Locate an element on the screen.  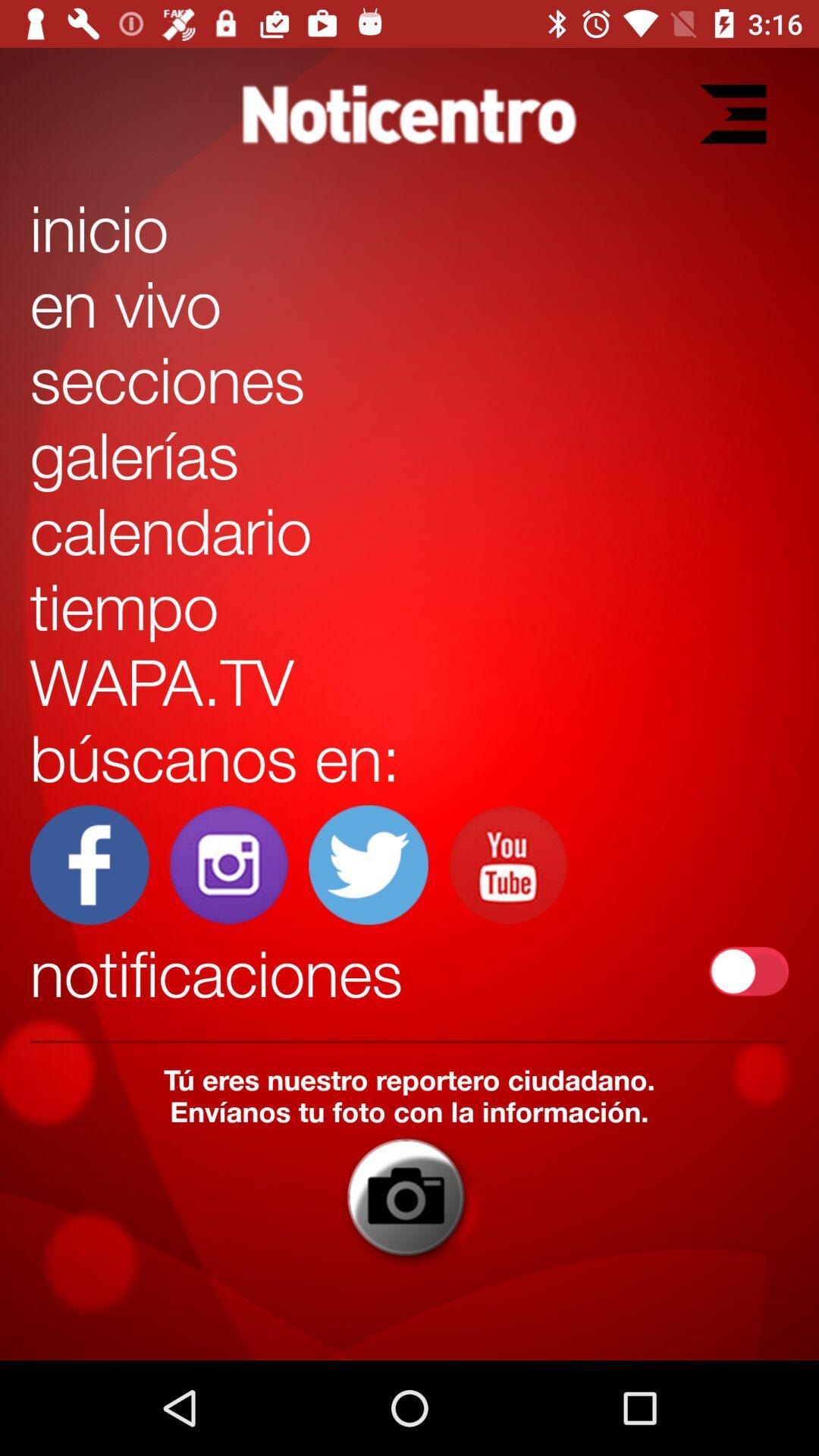
the face book is located at coordinates (89, 864).